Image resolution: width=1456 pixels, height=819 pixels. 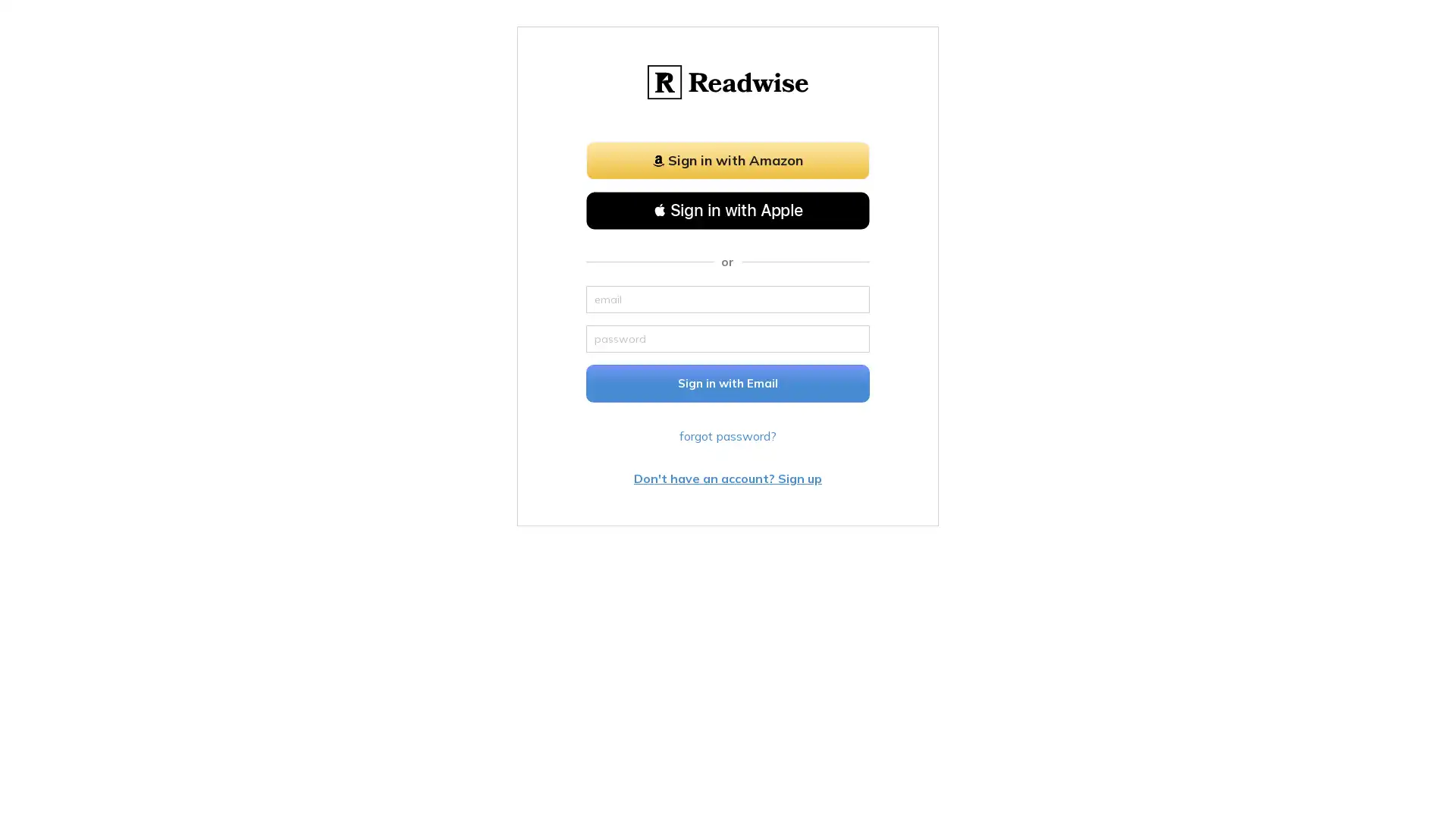 I want to click on Sign in with Email, so click(x=728, y=382).